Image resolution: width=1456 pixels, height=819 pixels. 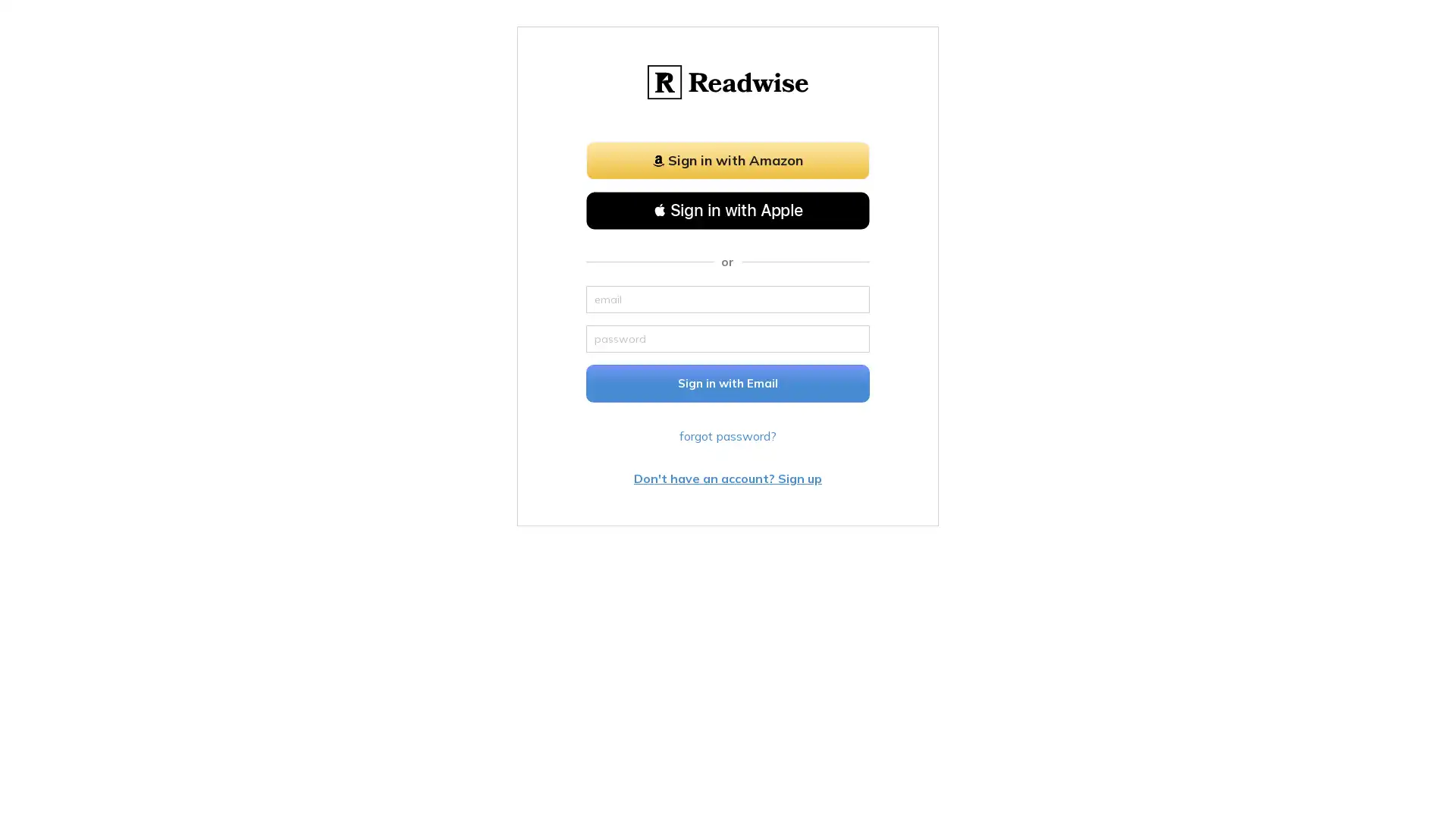 I want to click on Sign in with Email, so click(x=728, y=382).